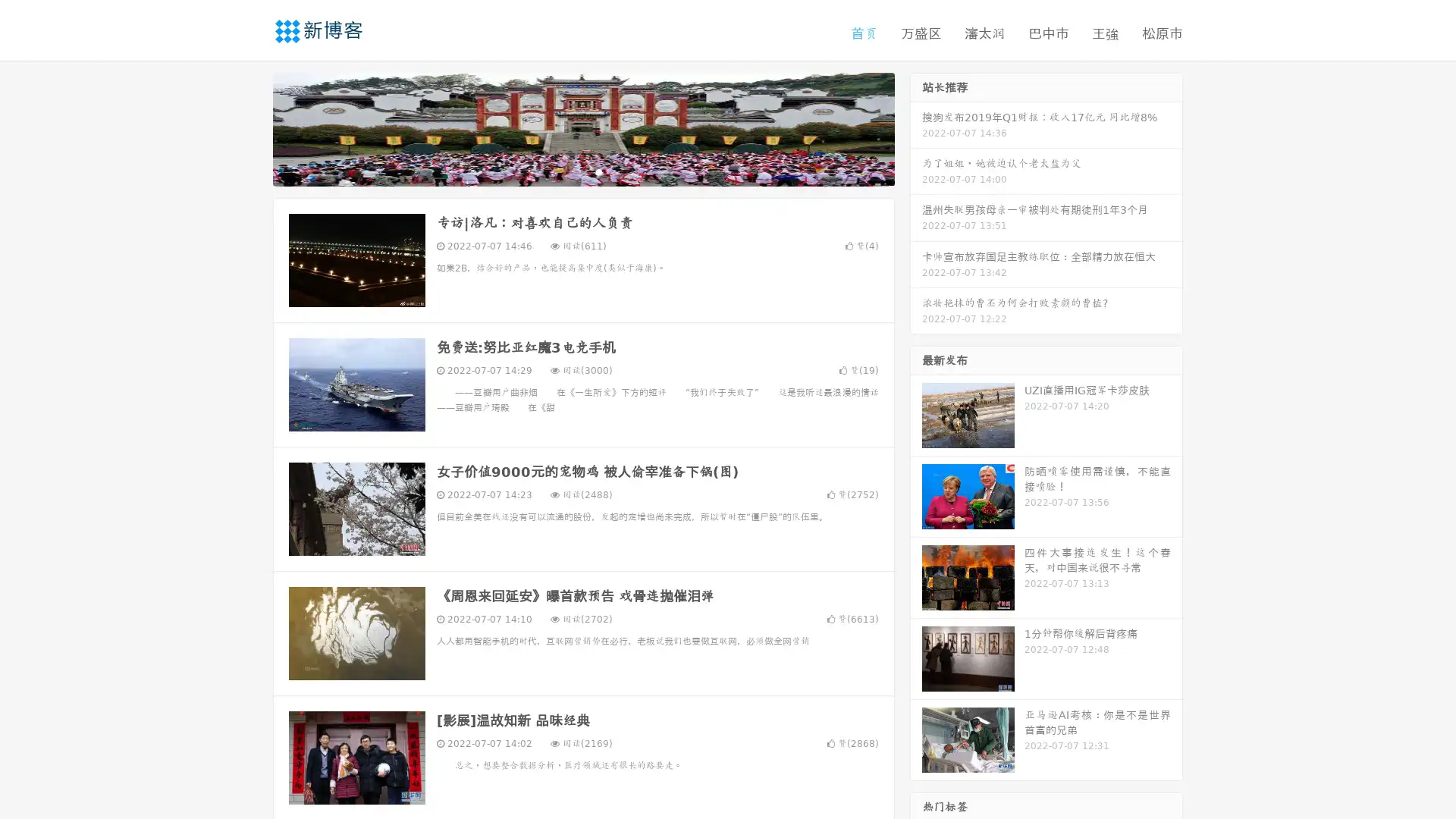  I want to click on Go to slide 2, so click(582, 171).